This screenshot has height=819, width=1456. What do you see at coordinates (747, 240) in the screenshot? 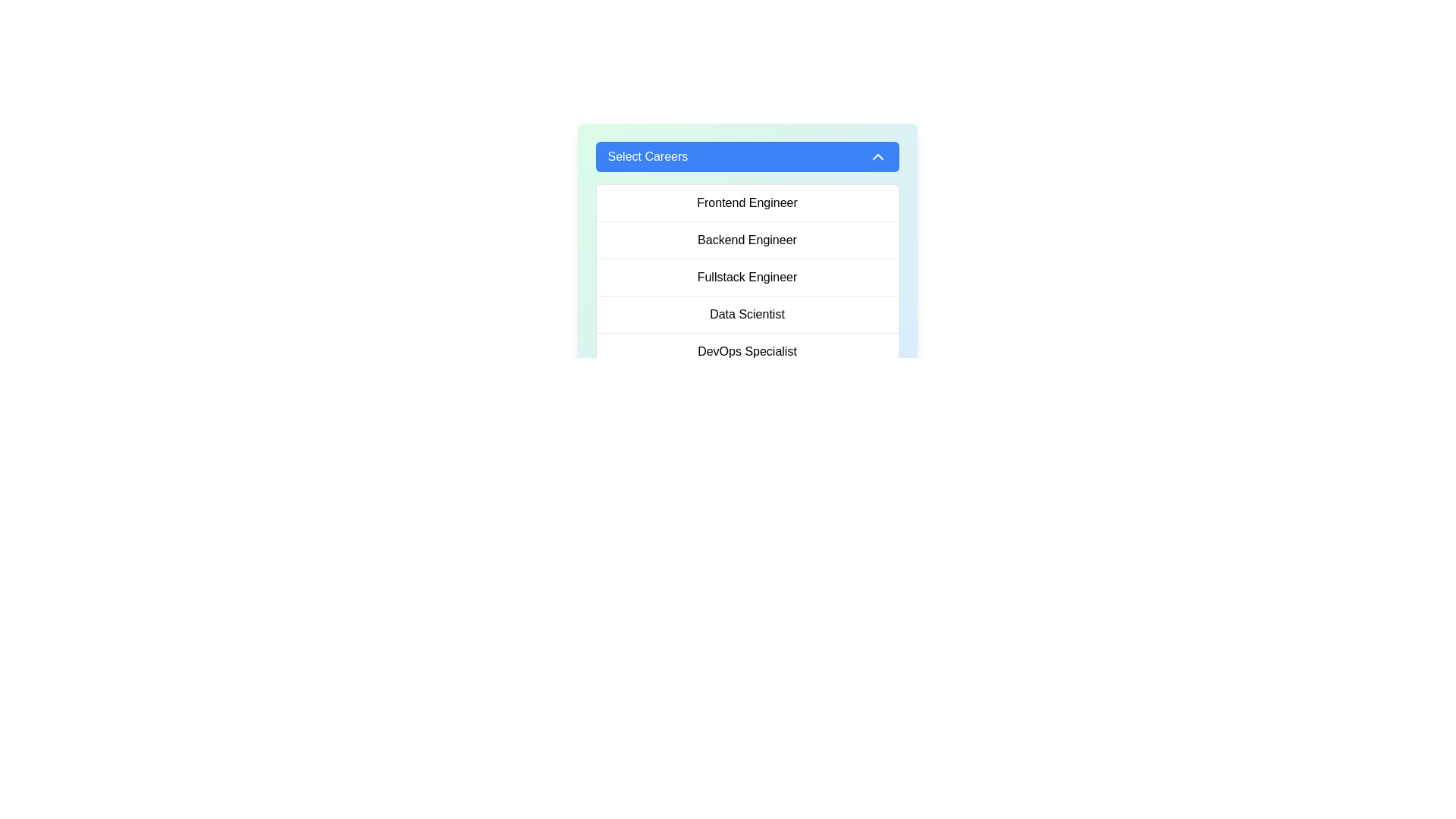
I see `the second selectable list item in the 'Select Careers' dropdown menu` at bounding box center [747, 240].